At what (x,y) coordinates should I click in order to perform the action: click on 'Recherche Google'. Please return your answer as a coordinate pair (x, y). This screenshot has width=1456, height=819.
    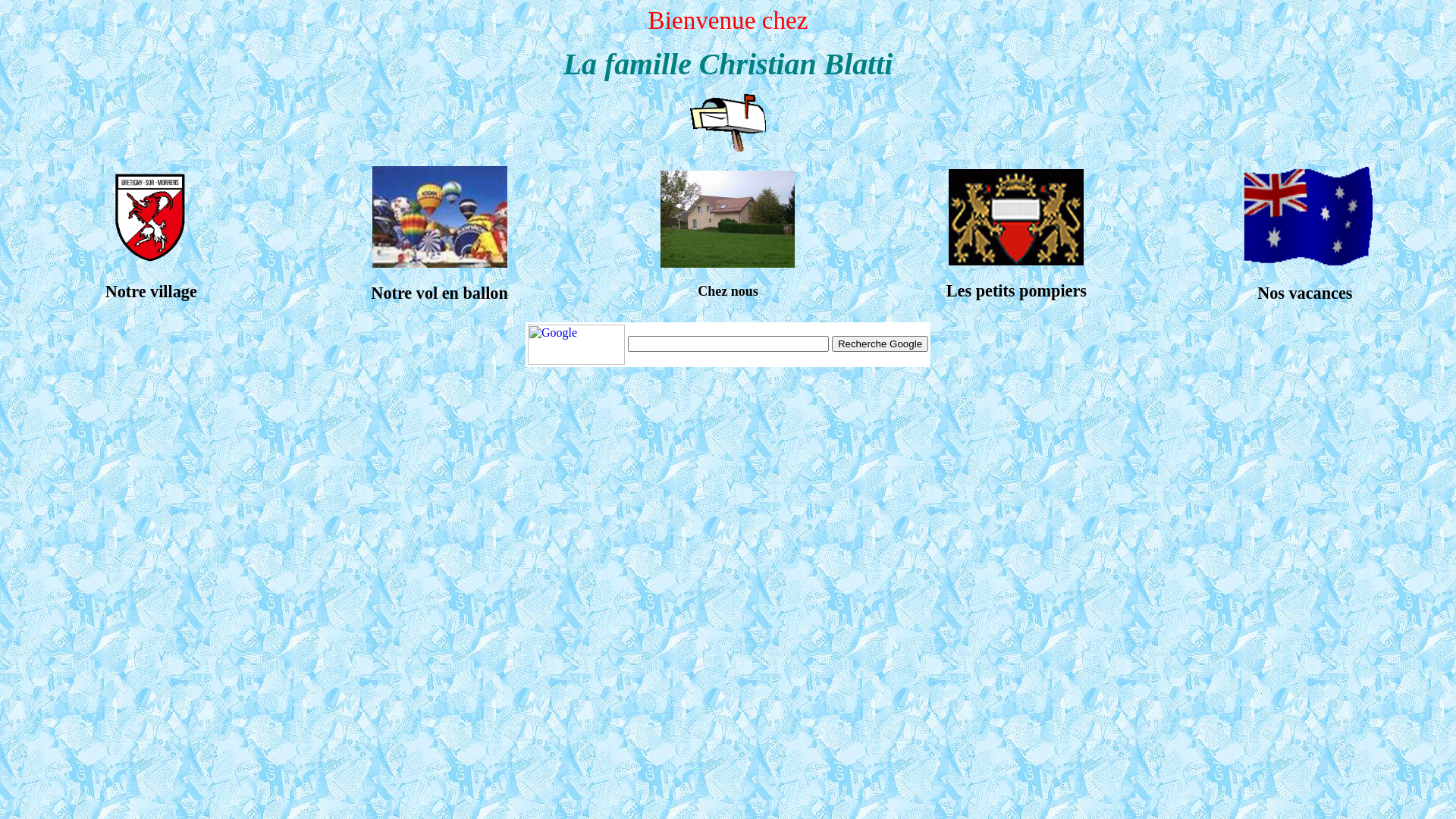
    Looking at the image, I should click on (880, 344).